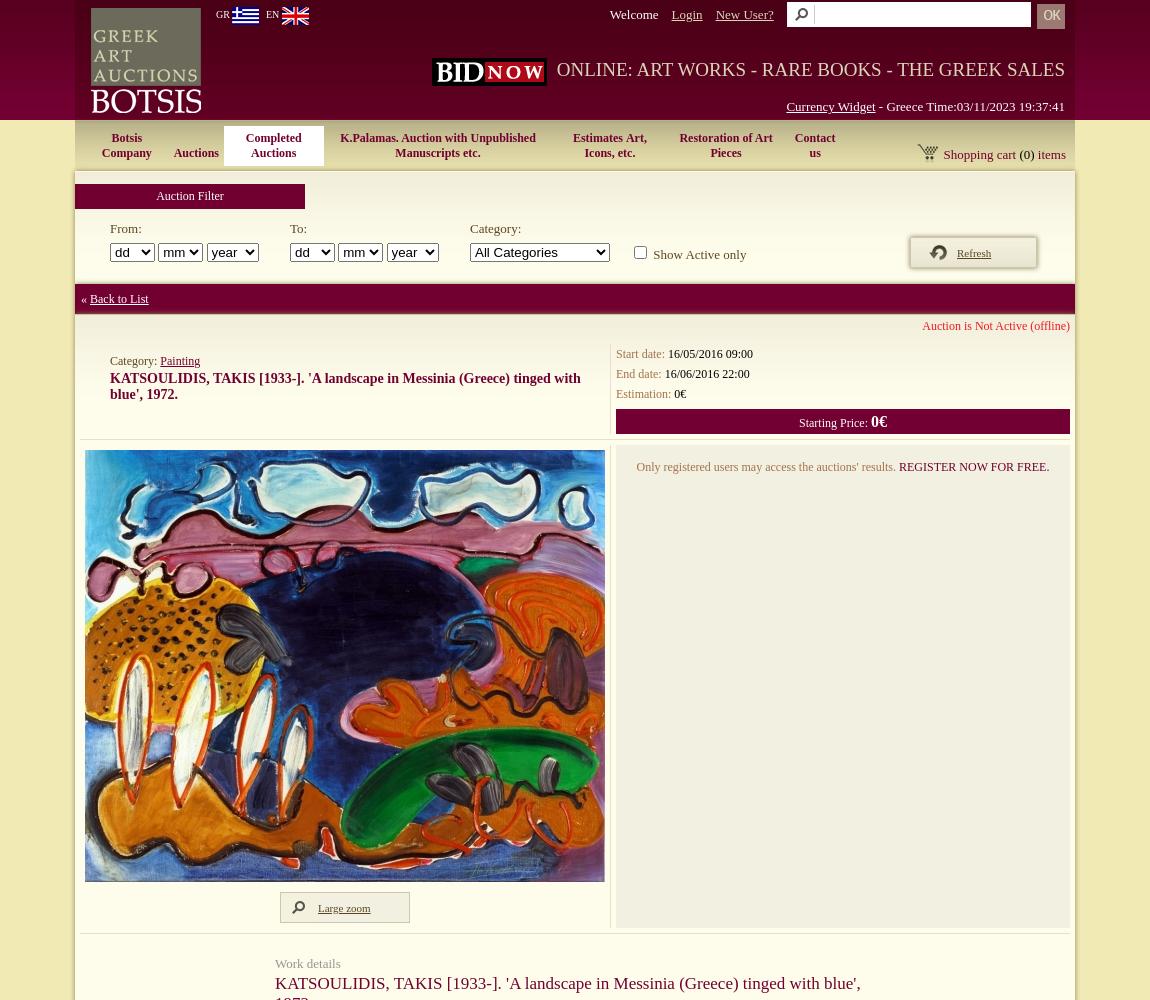 Image resolution: width=1150 pixels, height=1000 pixels. I want to click on 'Shopping cart', so click(980, 154).